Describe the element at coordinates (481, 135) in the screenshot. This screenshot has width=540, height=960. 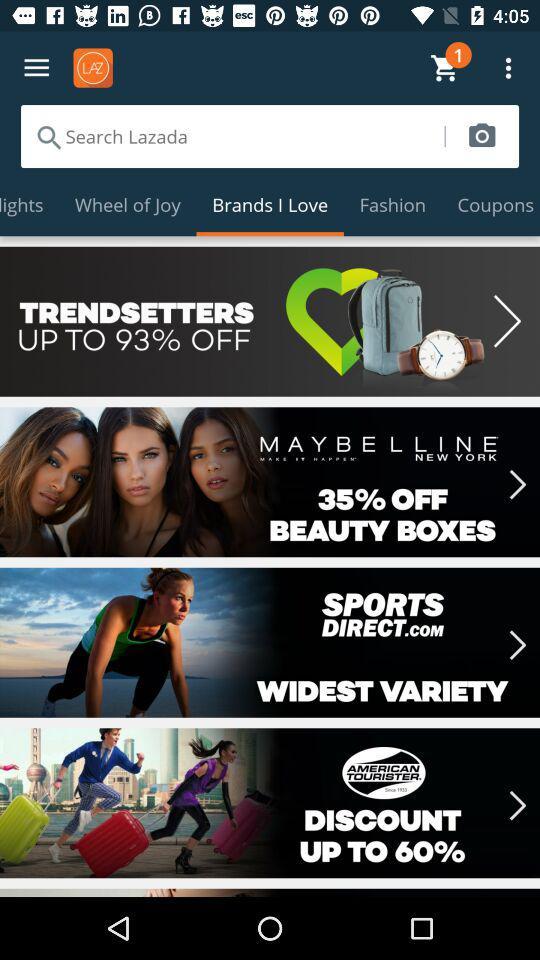
I see `submit image` at that location.